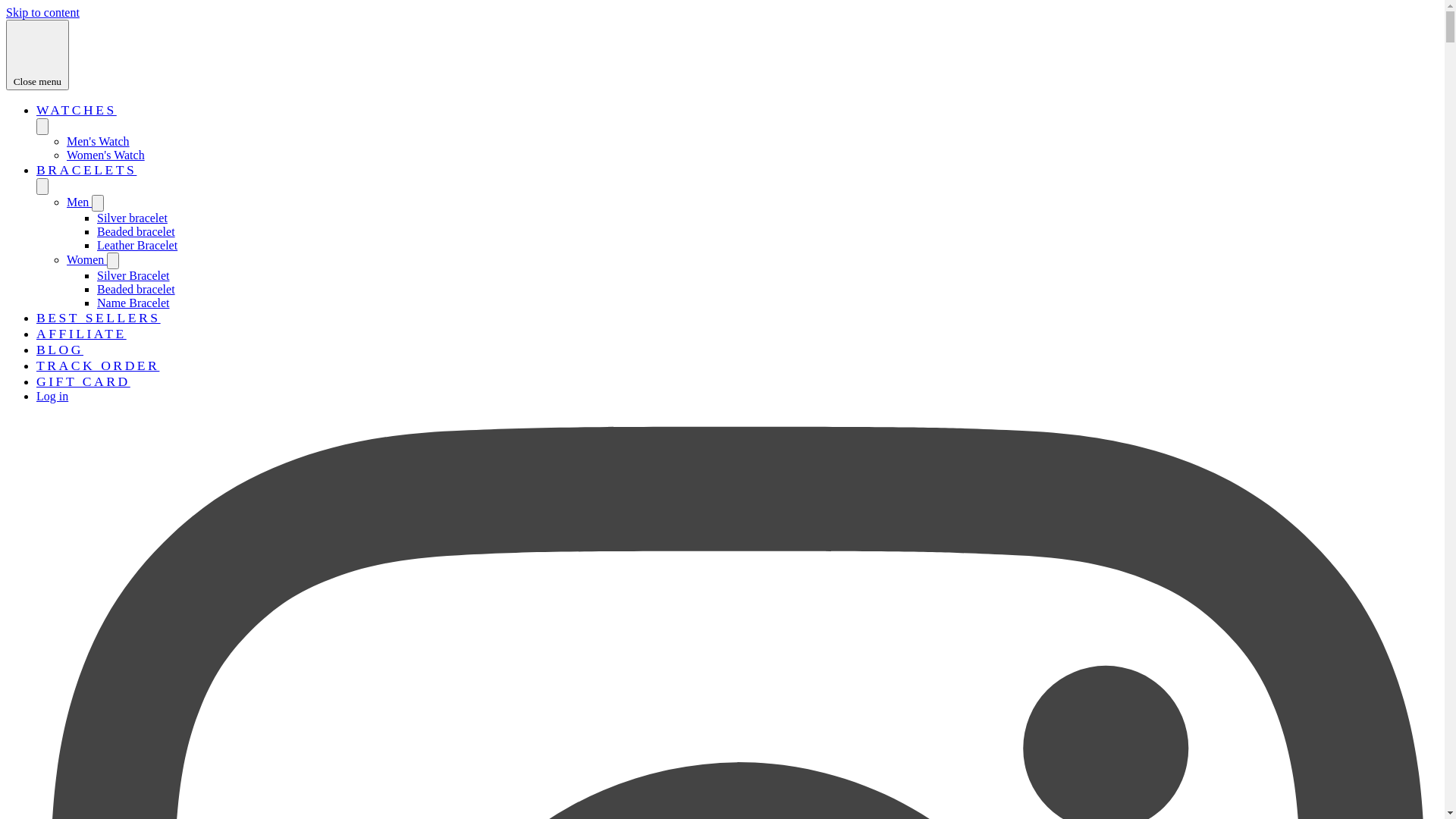 The image size is (1456, 819). I want to click on 'Log in', so click(52, 395).